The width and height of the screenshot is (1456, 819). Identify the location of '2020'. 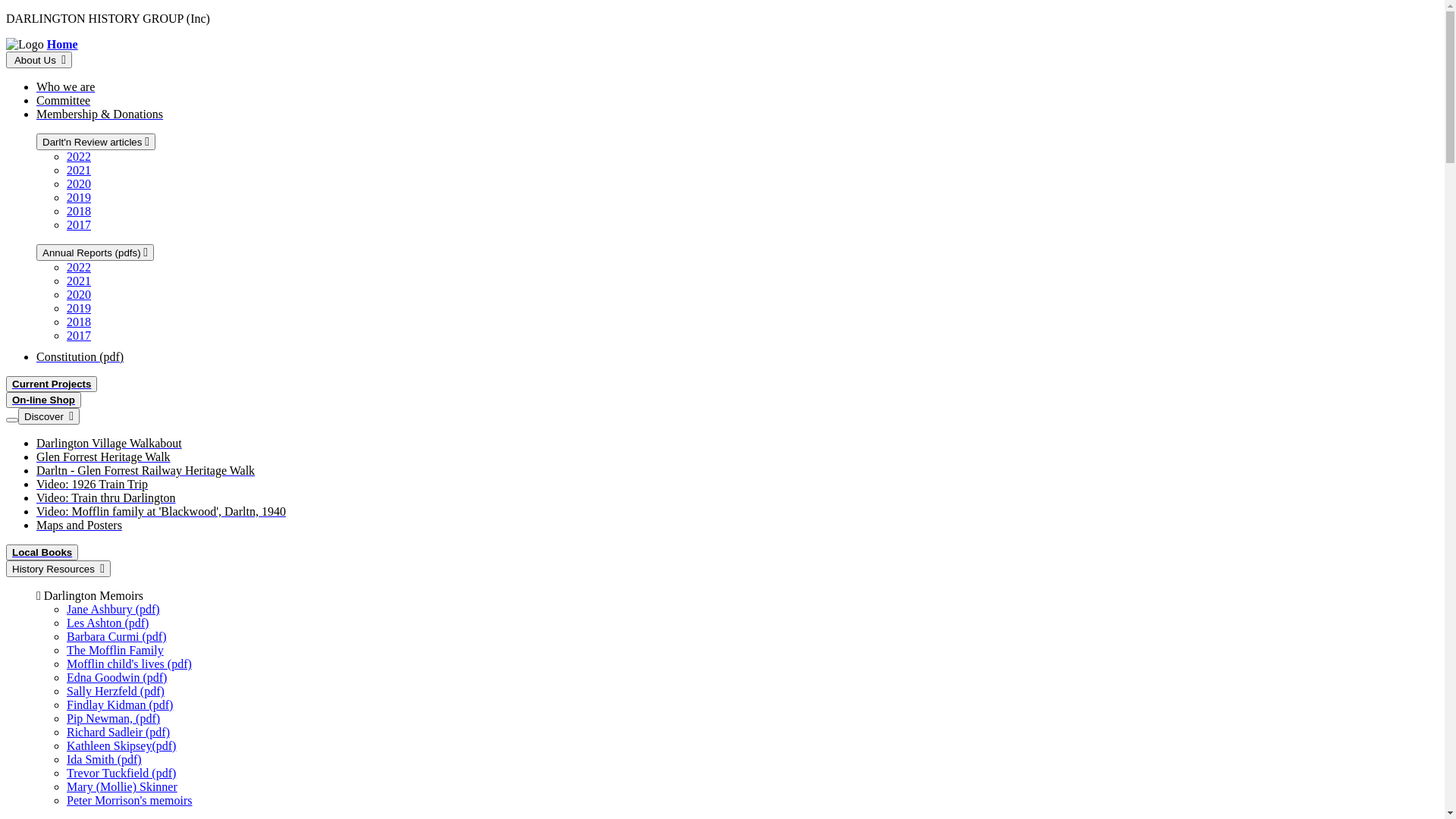
(78, 294).